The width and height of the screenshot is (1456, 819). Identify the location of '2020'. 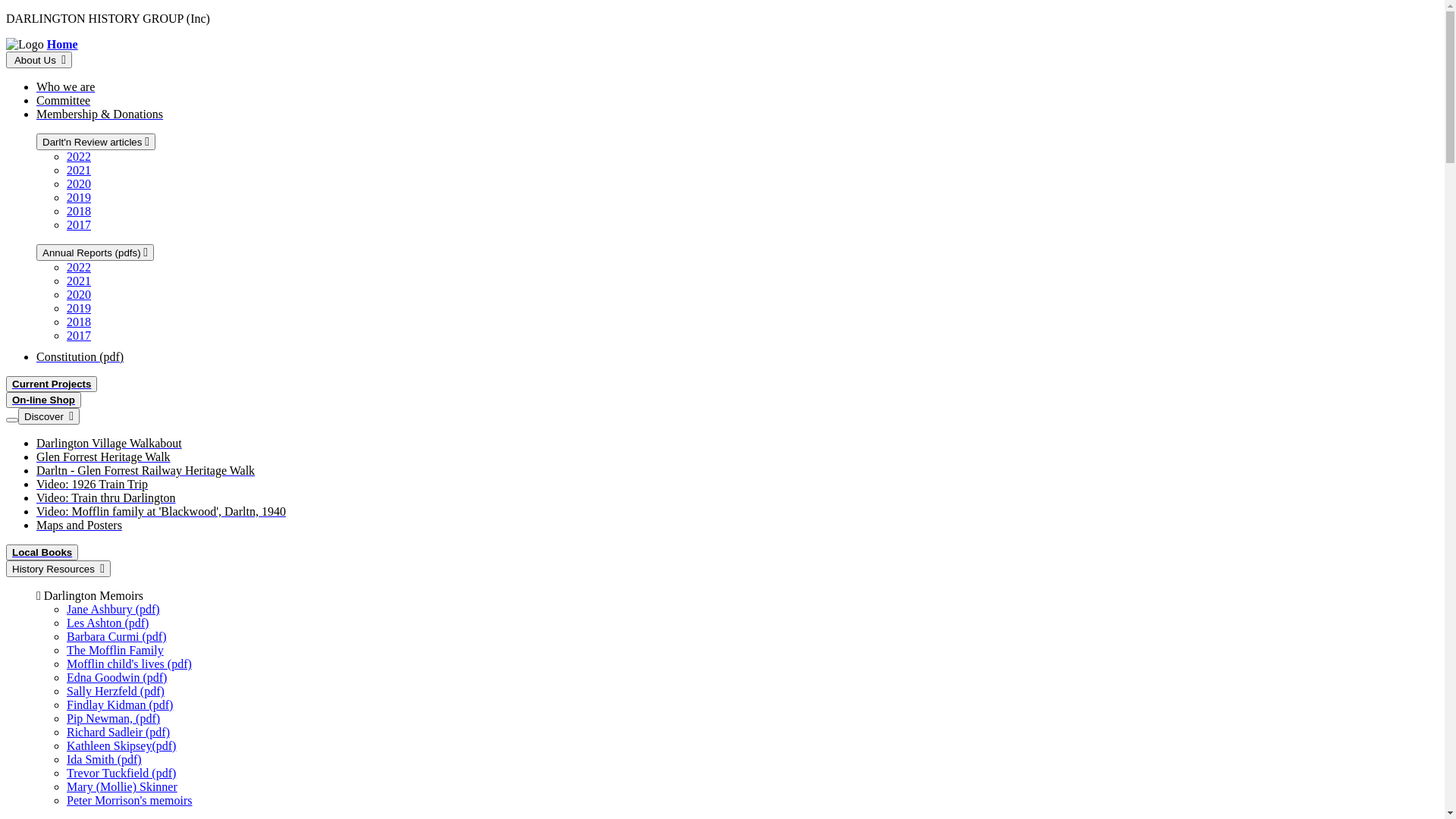
(78, 294).